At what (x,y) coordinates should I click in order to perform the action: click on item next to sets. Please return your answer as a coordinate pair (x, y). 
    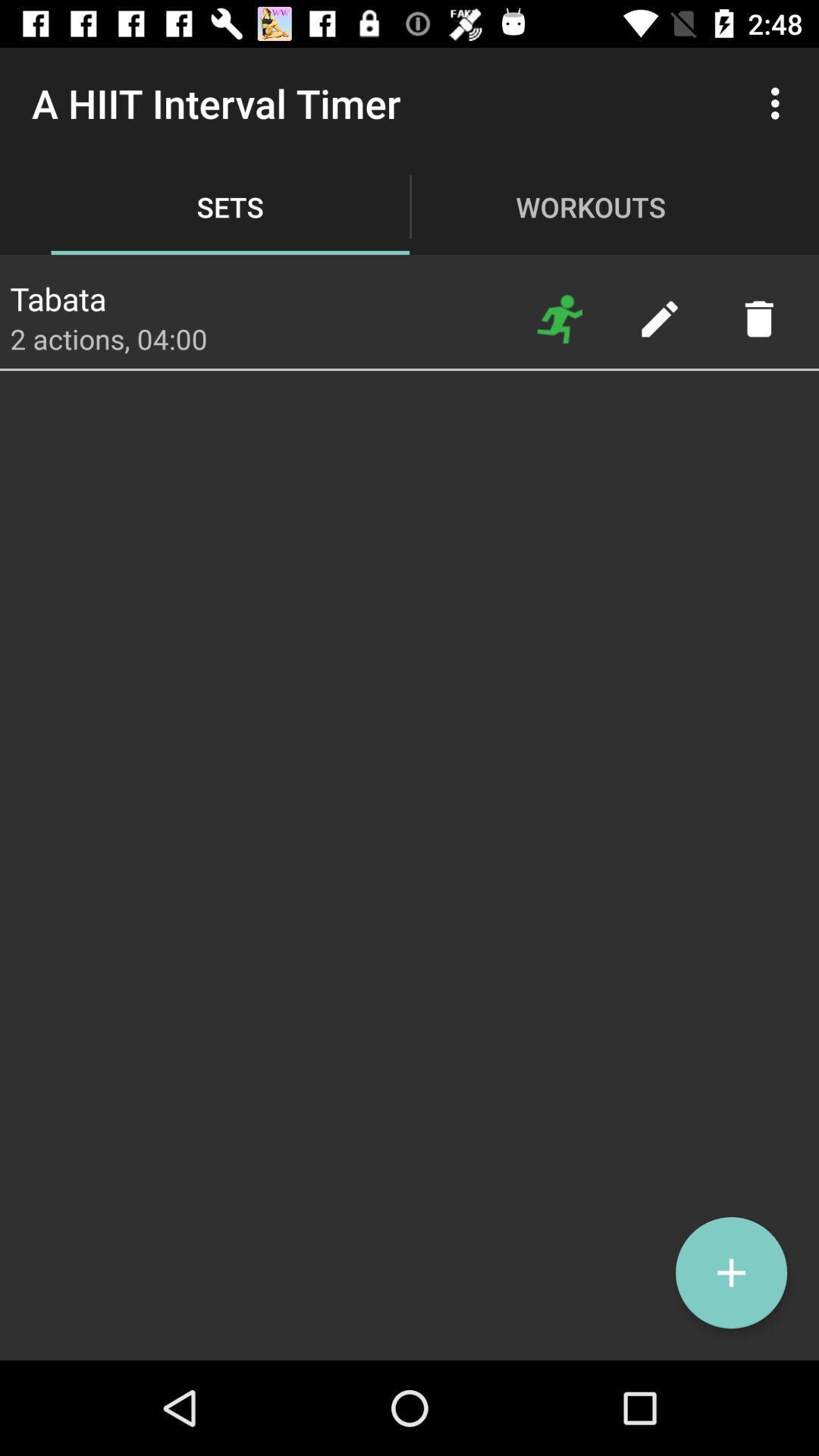
    Looking at the image, I should click on (57, 294).